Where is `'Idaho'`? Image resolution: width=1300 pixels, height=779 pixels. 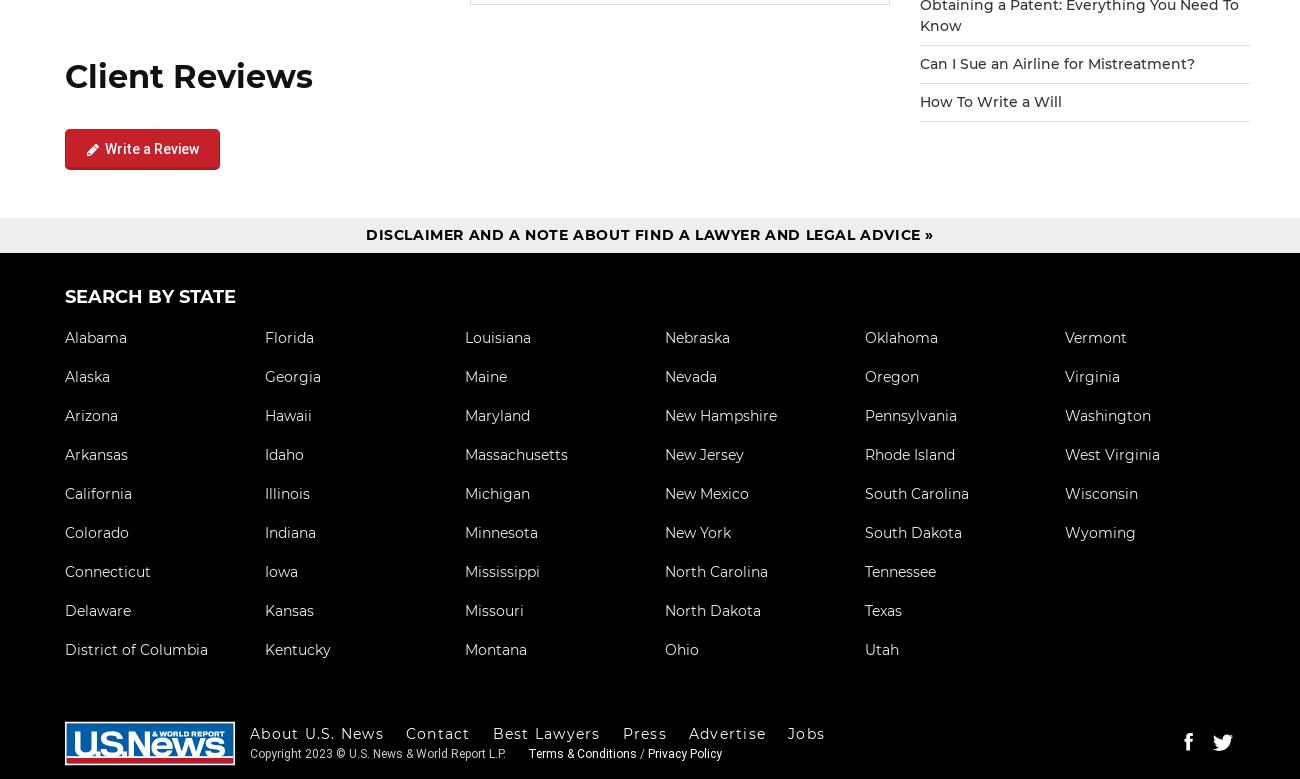
'Idaho' is located at coordinates (284, 453).